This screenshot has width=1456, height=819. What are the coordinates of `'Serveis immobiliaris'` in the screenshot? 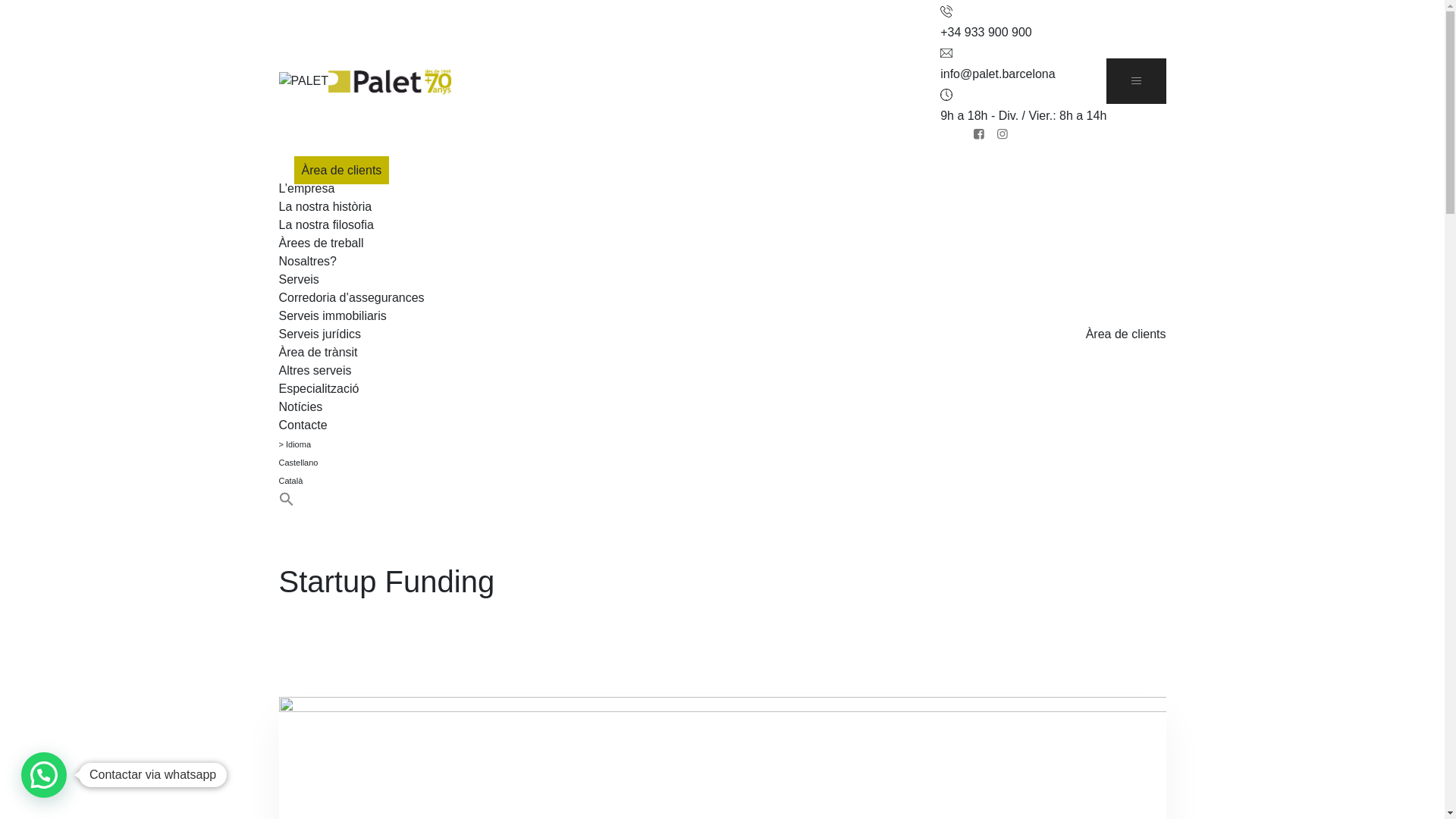 It's located at (331, 315).